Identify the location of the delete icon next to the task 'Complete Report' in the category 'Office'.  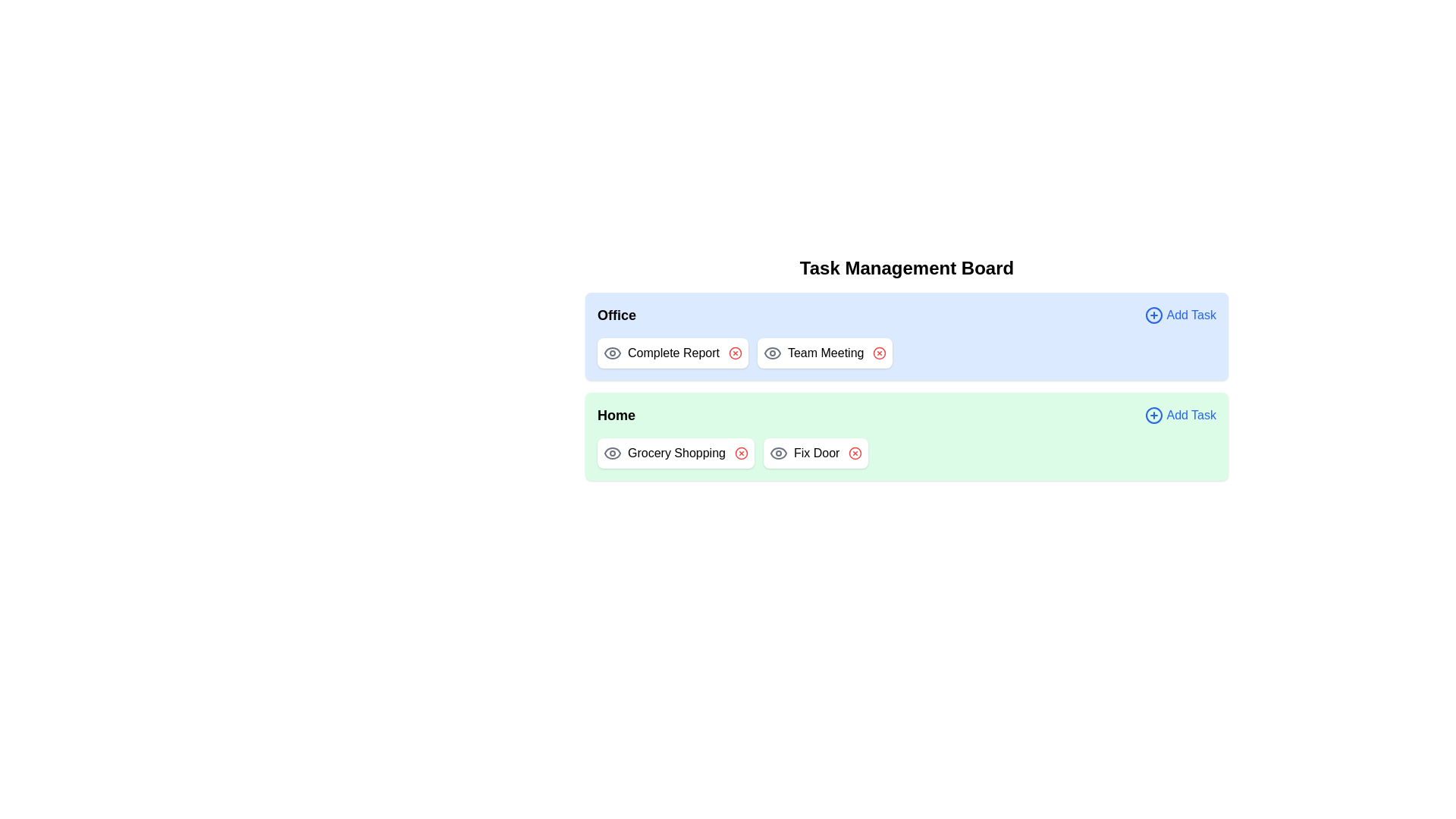
(735, 353).